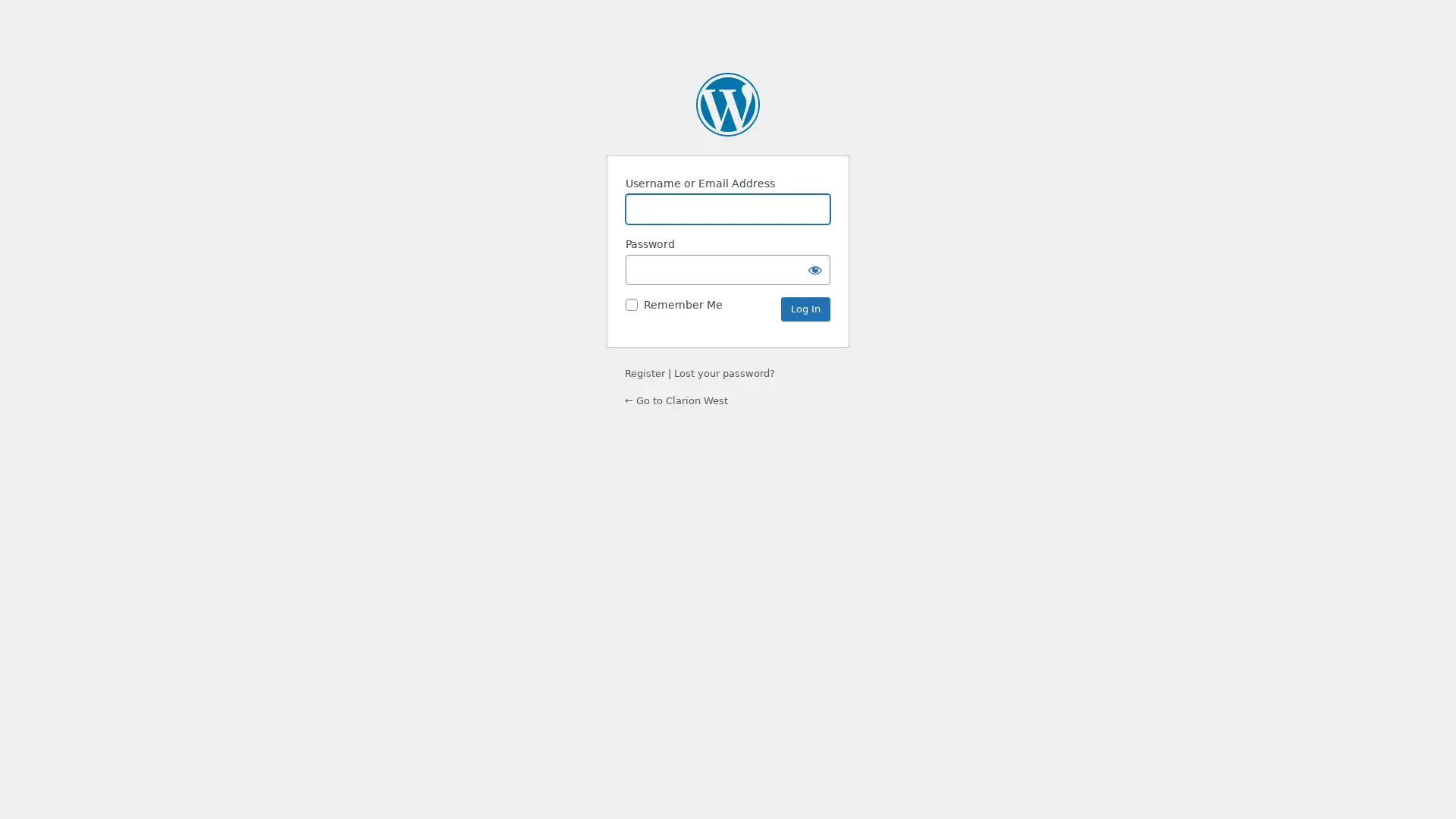 The image size is (1456, 819). What do you see at coordinates (805, 309) in the screenshot?
I see `Log In` at bounding box center [805, 309].